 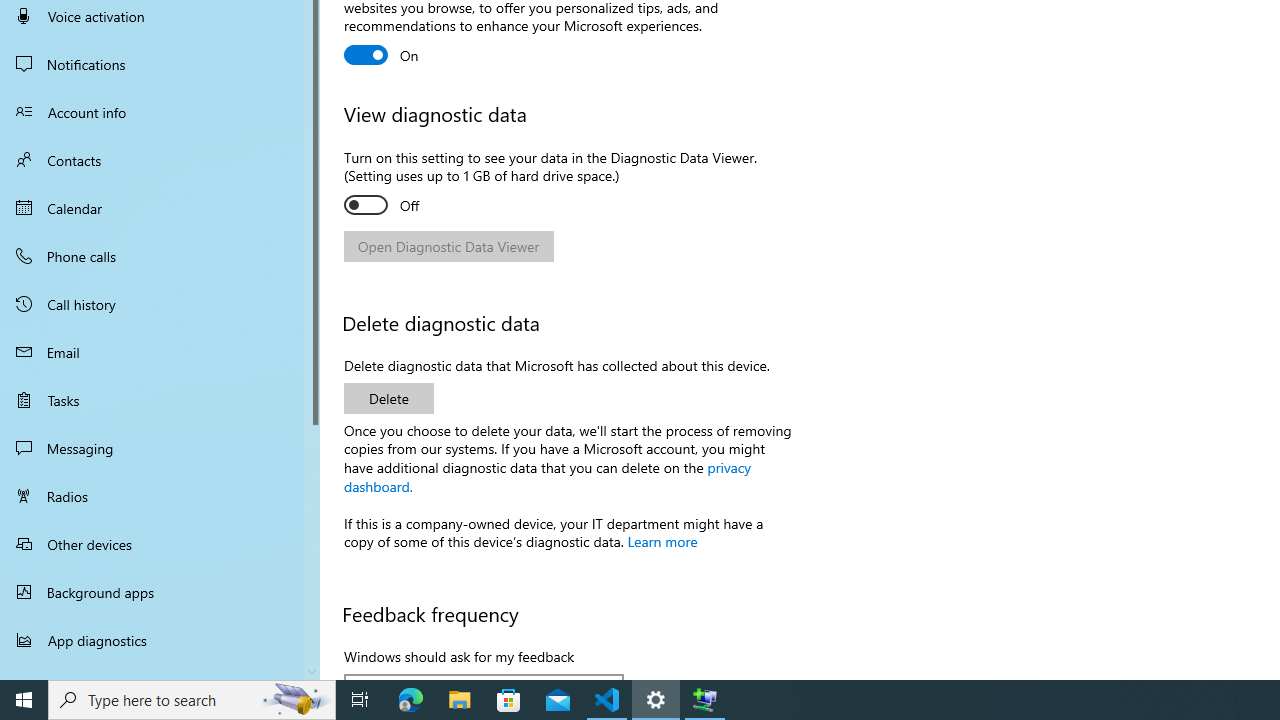 What do you see at coordinates (484, 675) in the screenshot?
I see `'Windows should ask for my feedback'` at bounding box center [484, 675].